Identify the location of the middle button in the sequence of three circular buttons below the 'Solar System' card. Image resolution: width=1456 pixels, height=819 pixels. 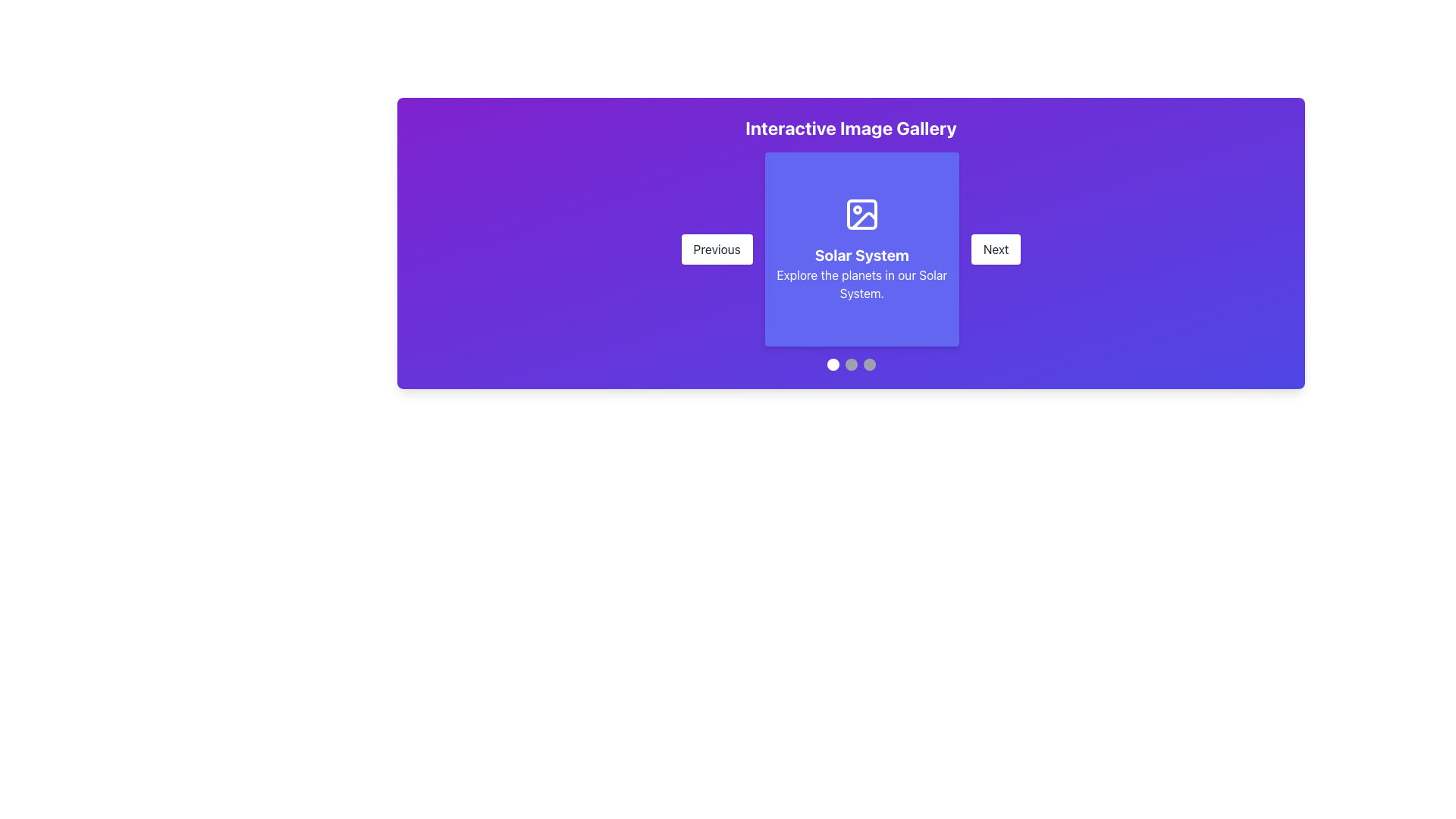
(851, 365).